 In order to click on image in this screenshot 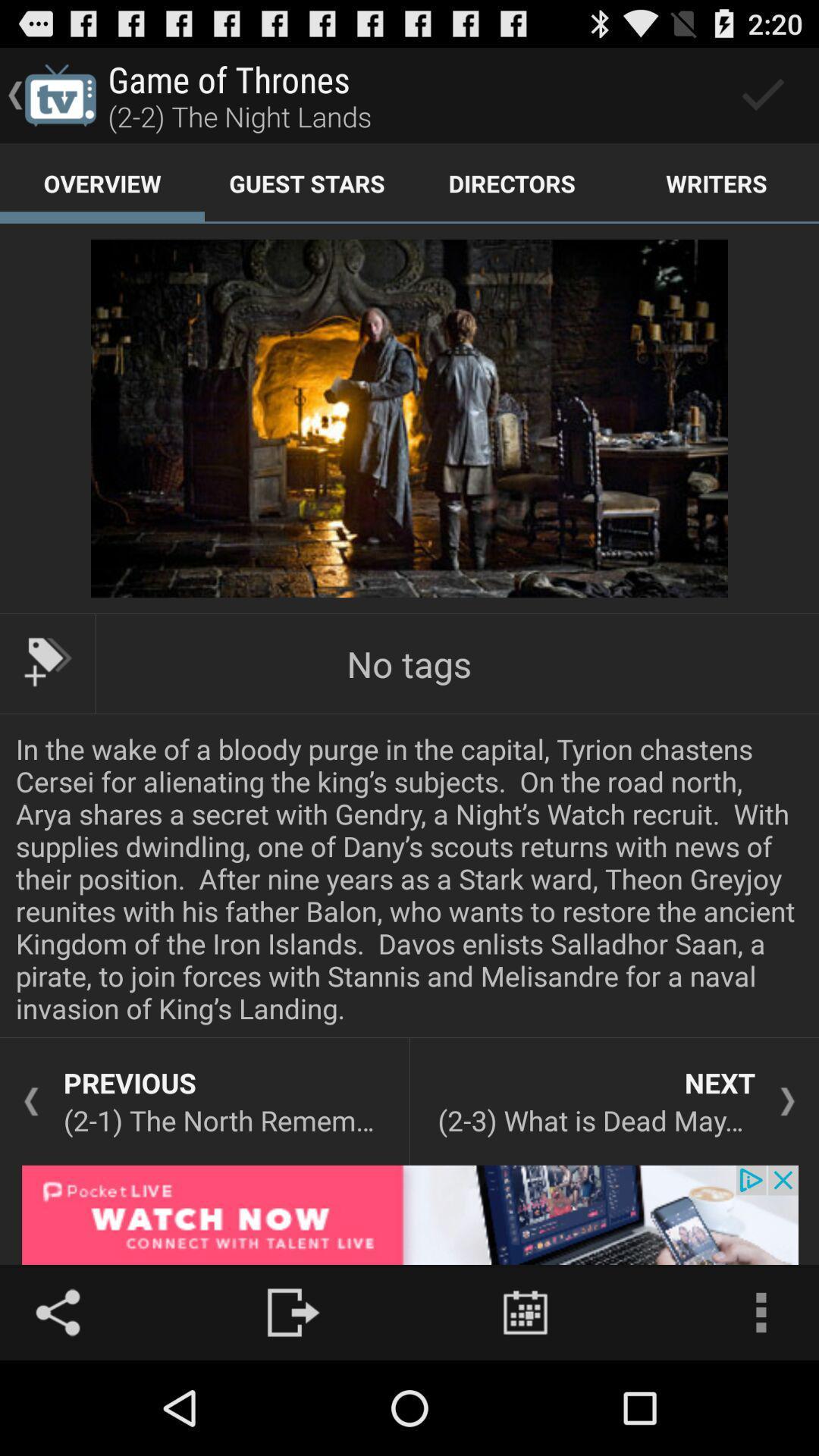, I will do `click(409, 419)`.